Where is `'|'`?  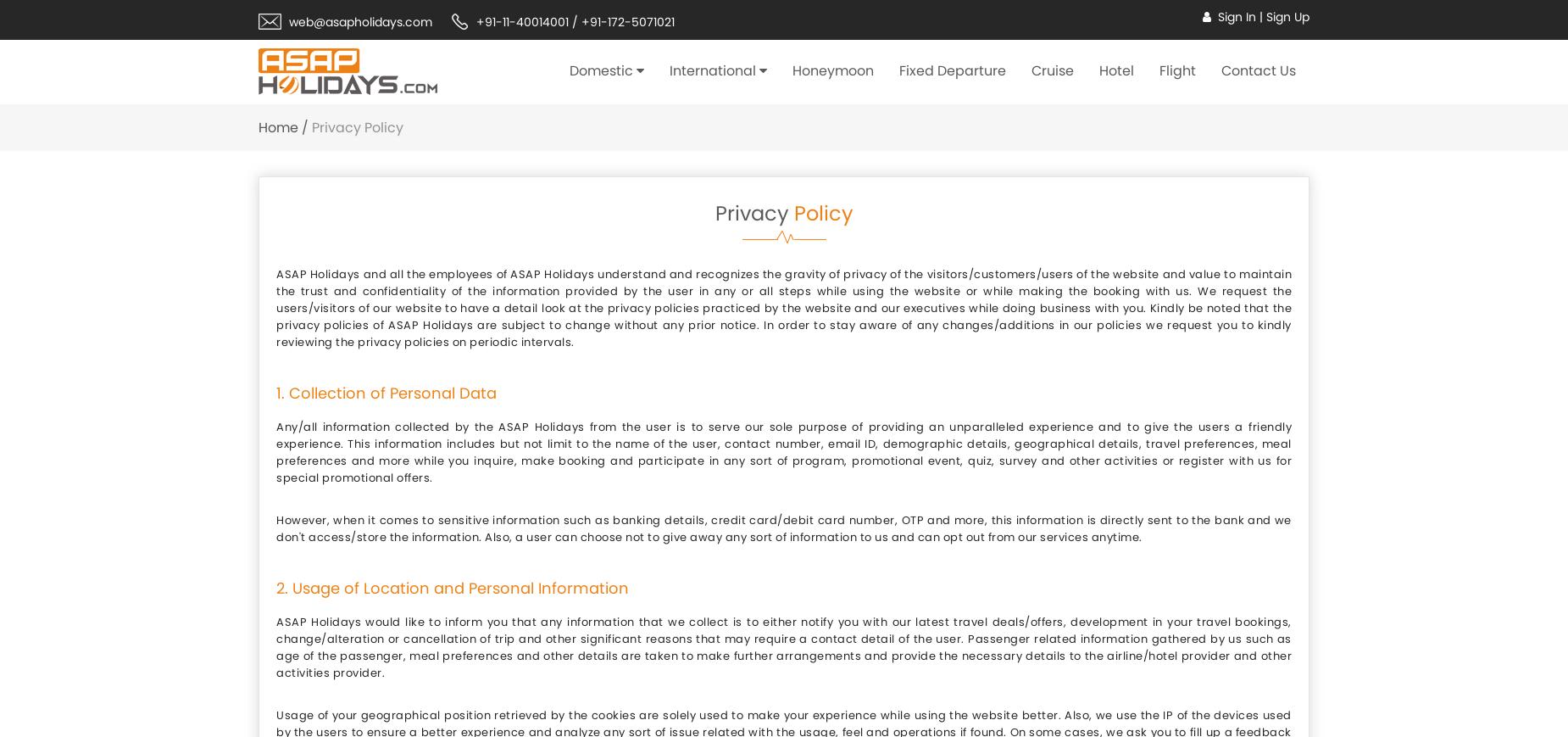
'|' is located at coordinates (1260, 15).